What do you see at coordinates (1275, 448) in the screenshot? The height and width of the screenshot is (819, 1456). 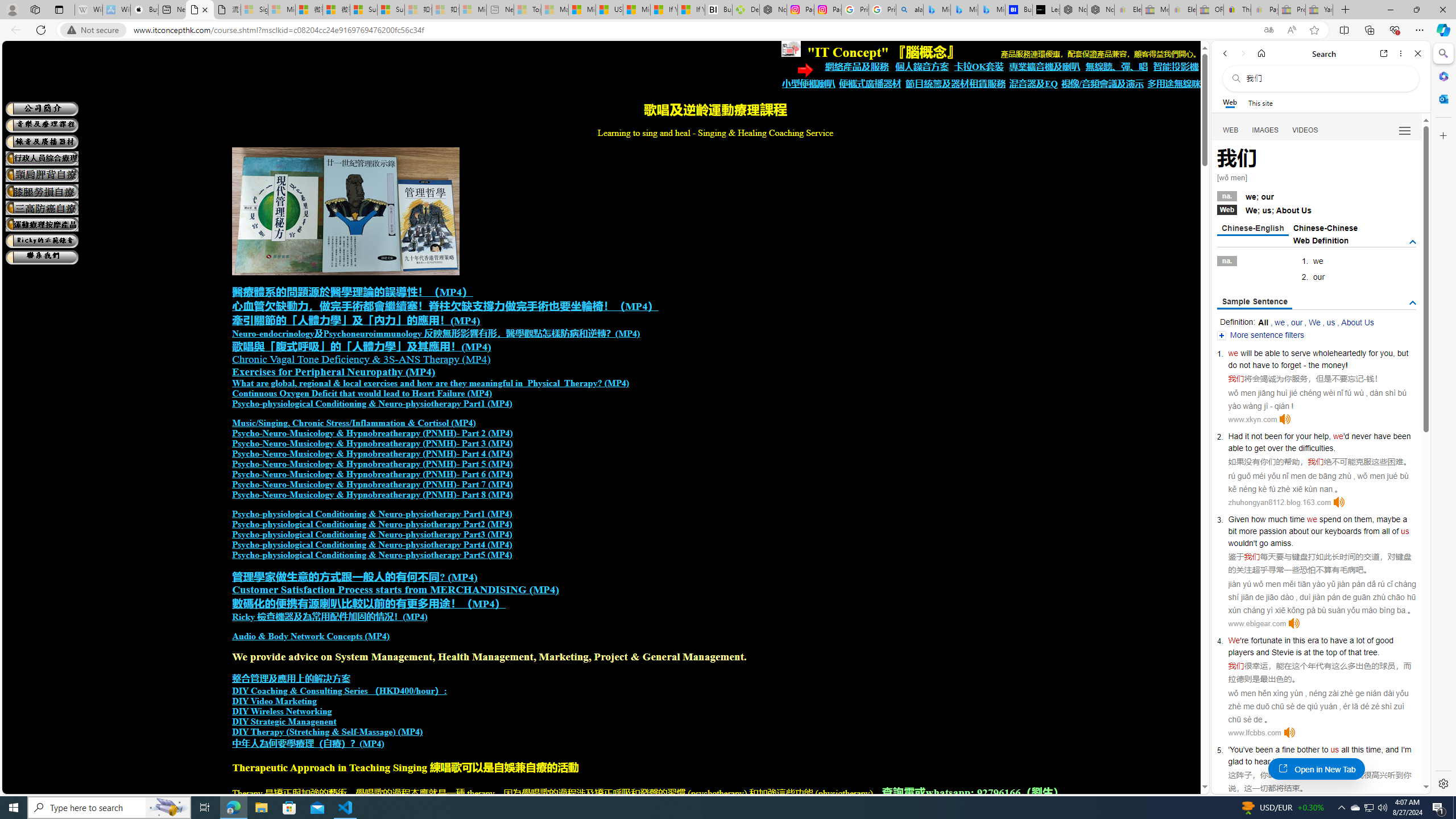 I see `'over'` at bounding box center [1275, 448].